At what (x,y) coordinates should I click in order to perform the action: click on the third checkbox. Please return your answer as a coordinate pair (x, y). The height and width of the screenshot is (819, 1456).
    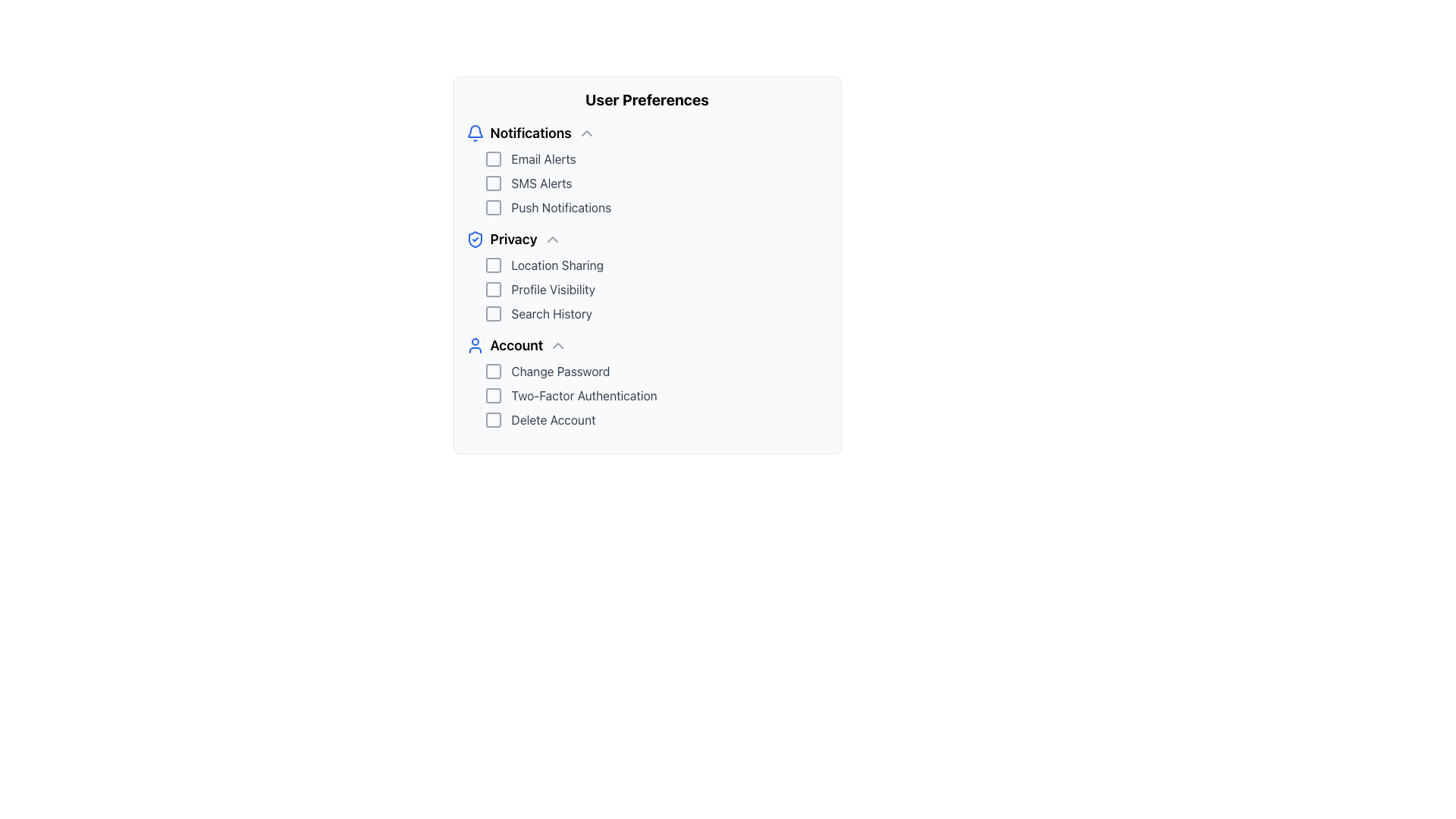
    Looking at the image, I should click on (493, 312).